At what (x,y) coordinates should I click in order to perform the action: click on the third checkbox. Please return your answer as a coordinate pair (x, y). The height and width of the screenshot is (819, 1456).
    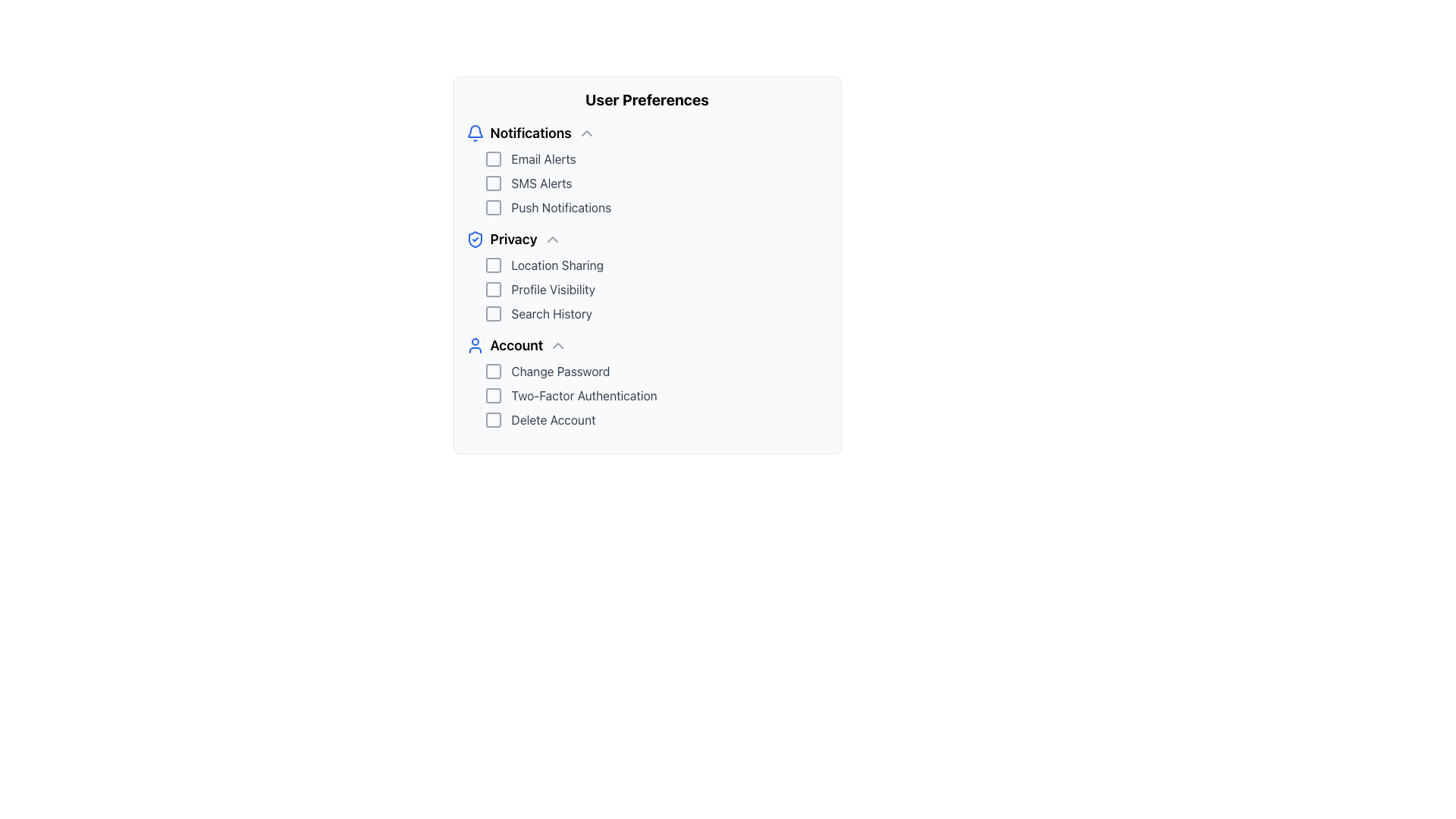
    Looking at the image, I should click on (493, 312).